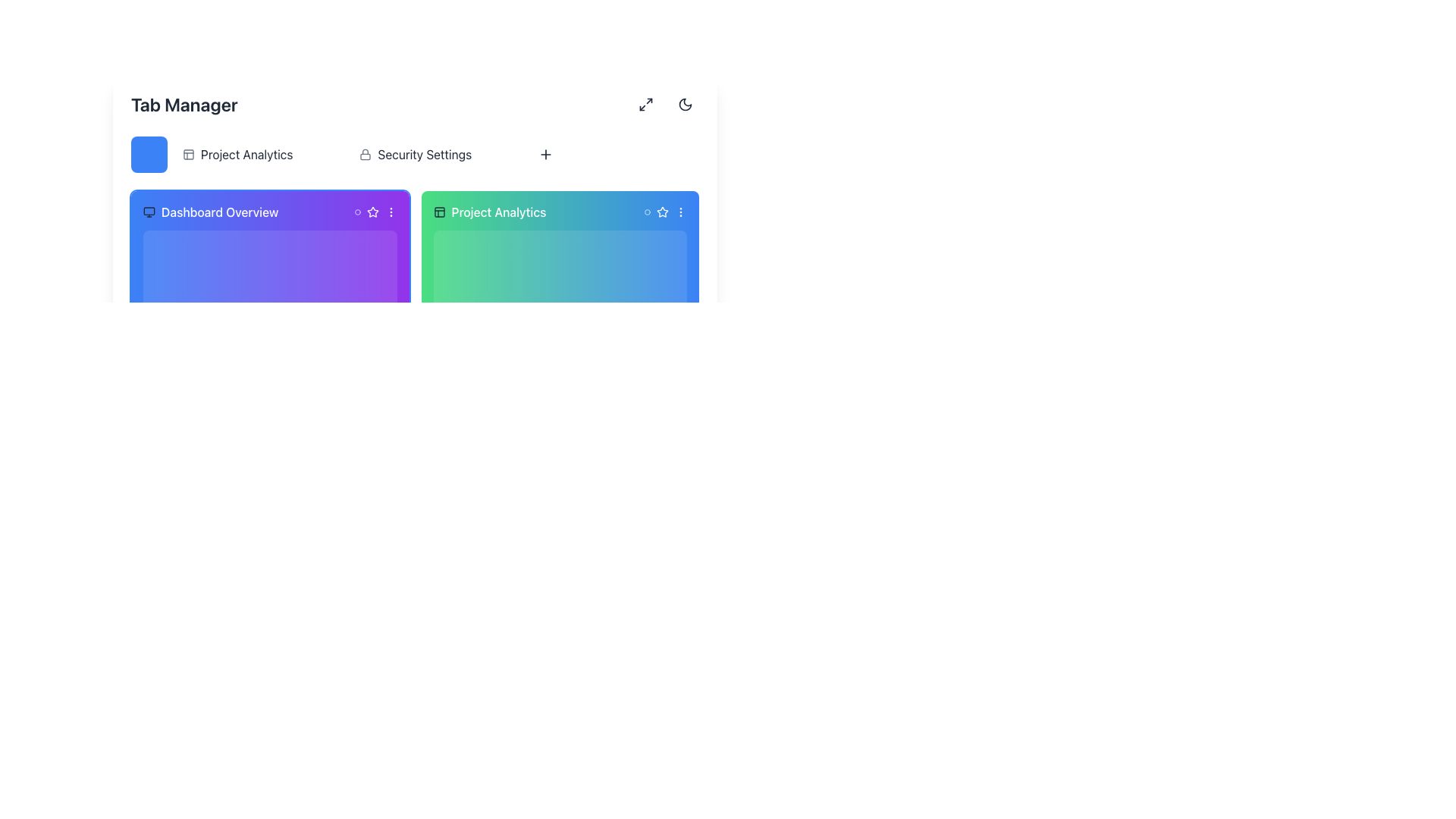  What do you see at coordinates (546, 155) in the screenshot?
I see `the plus icon located at the top right section of the interface` at bounding box center [546, 155].